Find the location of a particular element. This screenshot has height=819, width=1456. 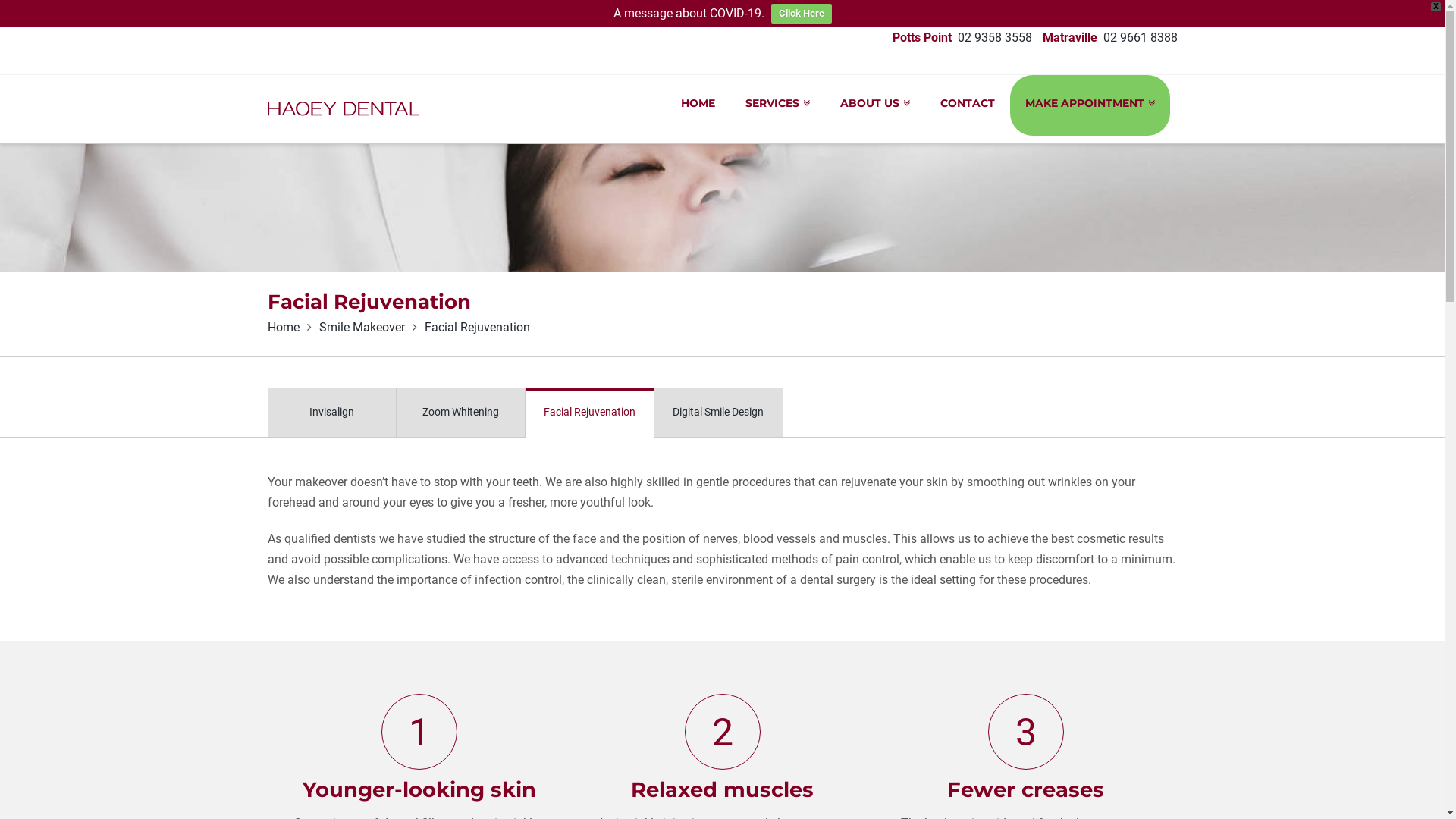

'Invisalign' is located at coordinates (266, 412).